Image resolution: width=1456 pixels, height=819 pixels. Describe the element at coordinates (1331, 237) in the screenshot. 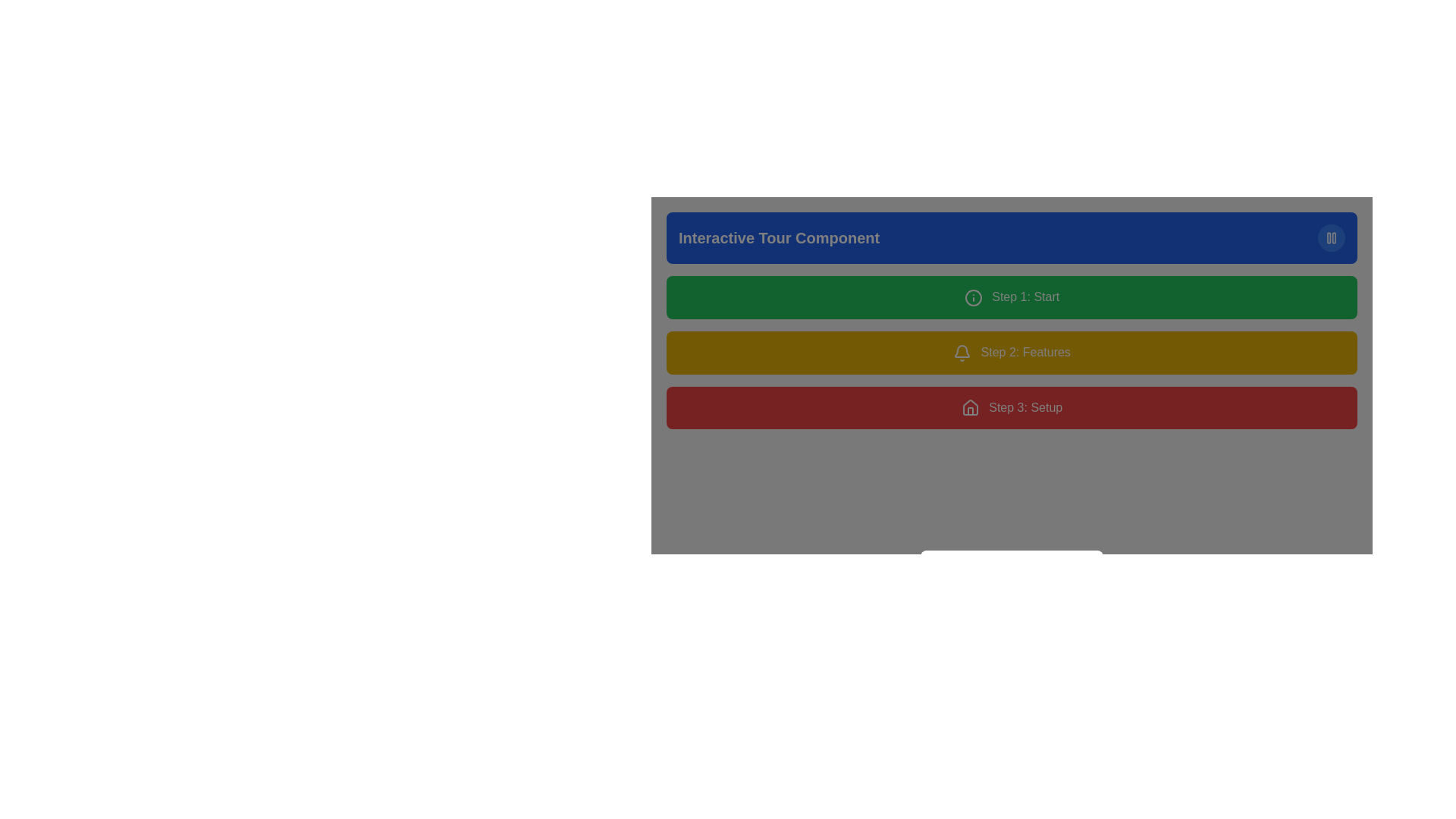

I see `the pause control button located at the top-right corner of the blue rectangular header for the 'Interactive Tour Component' to change its appearance` at that location.